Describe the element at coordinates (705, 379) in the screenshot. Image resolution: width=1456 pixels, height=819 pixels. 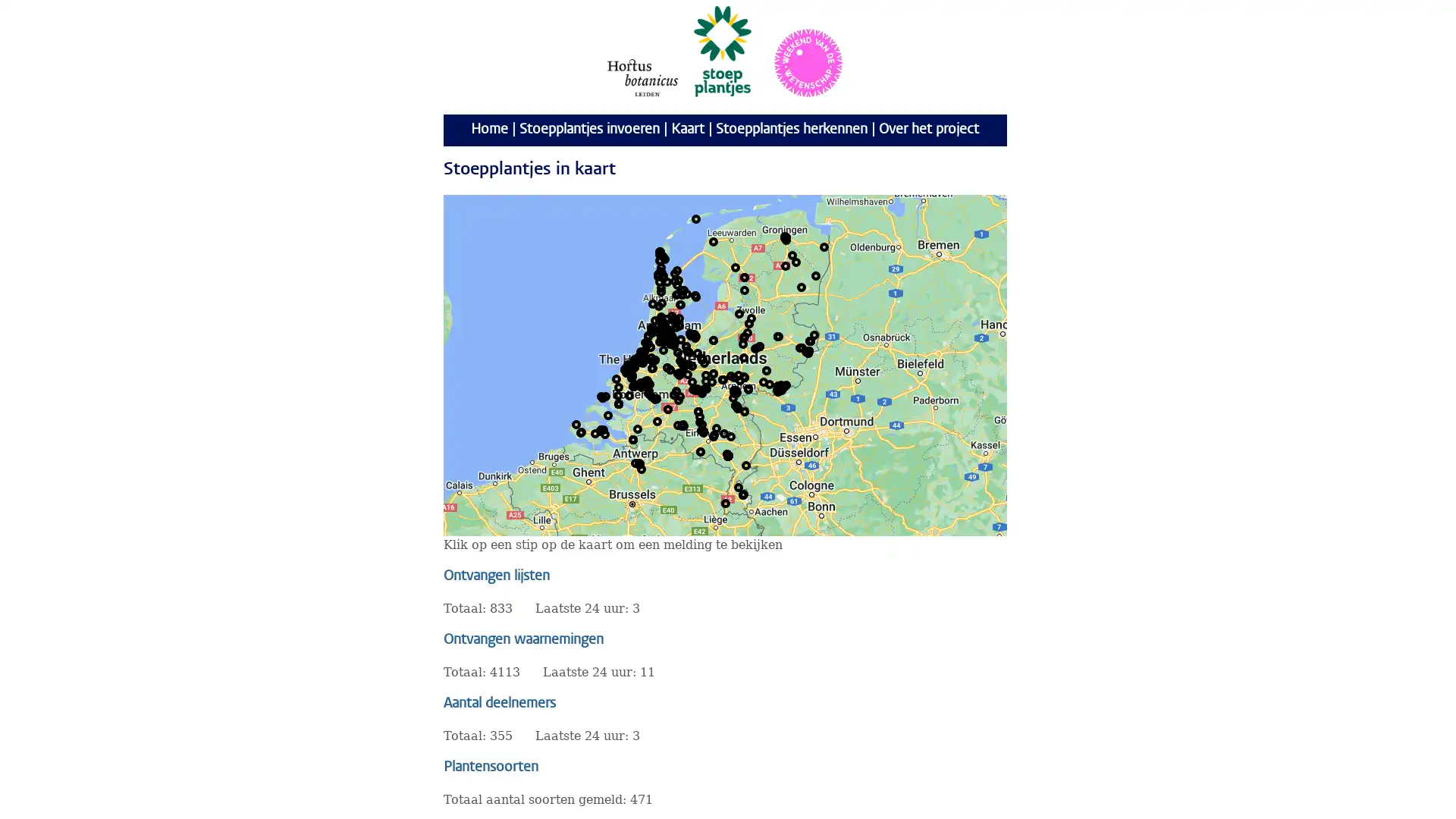
I see `Telling van op 05 december 2021` at that location.